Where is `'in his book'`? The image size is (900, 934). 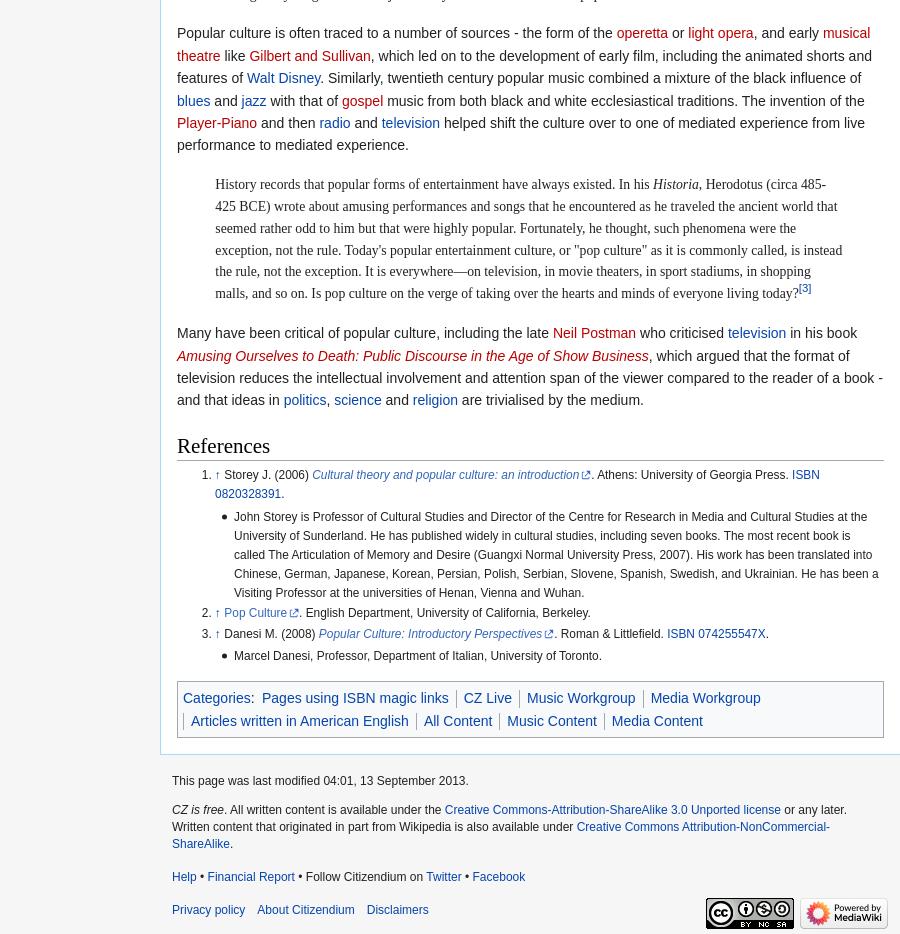
'in his book' is located at coordinates (821, 332).